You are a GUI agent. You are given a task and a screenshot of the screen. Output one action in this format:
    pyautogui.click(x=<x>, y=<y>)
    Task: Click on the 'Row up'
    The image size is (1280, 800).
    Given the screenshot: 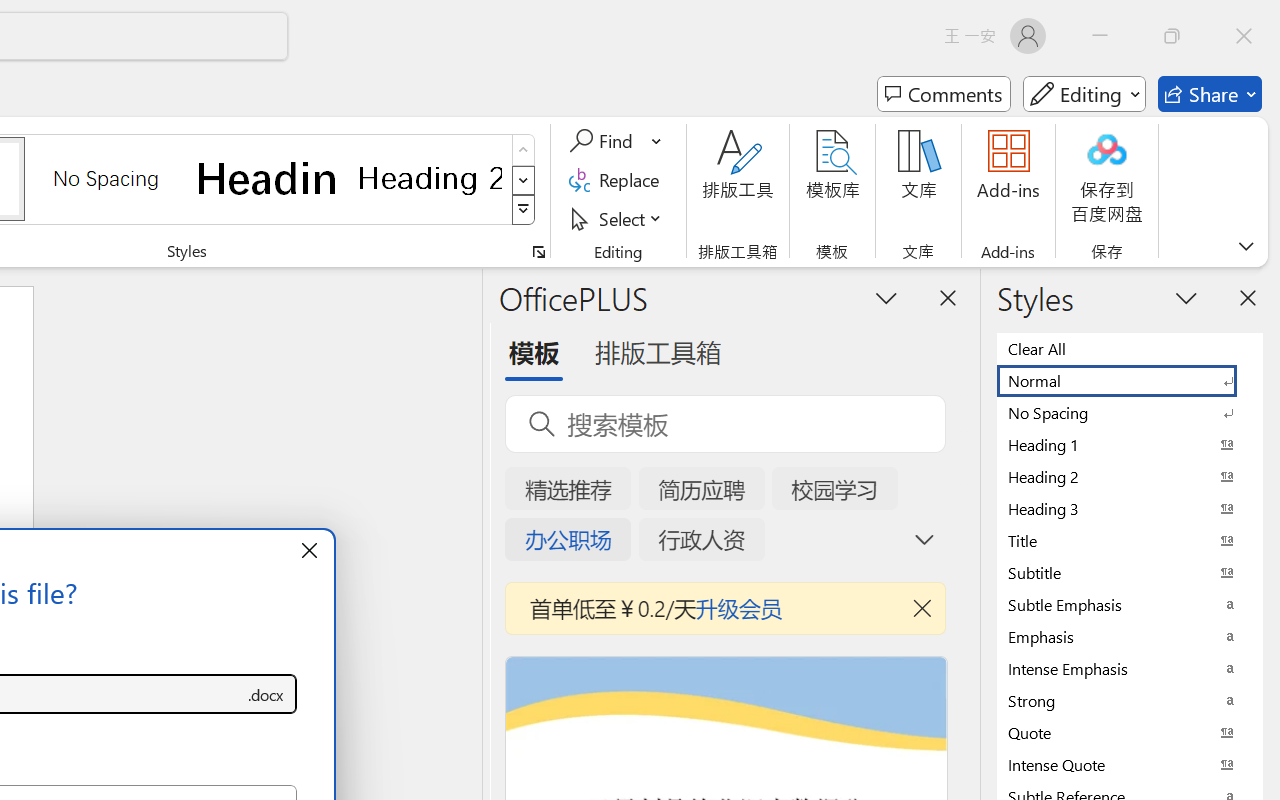 What is the action you would take?
    pyautogui.click(x=523, y=150)
    